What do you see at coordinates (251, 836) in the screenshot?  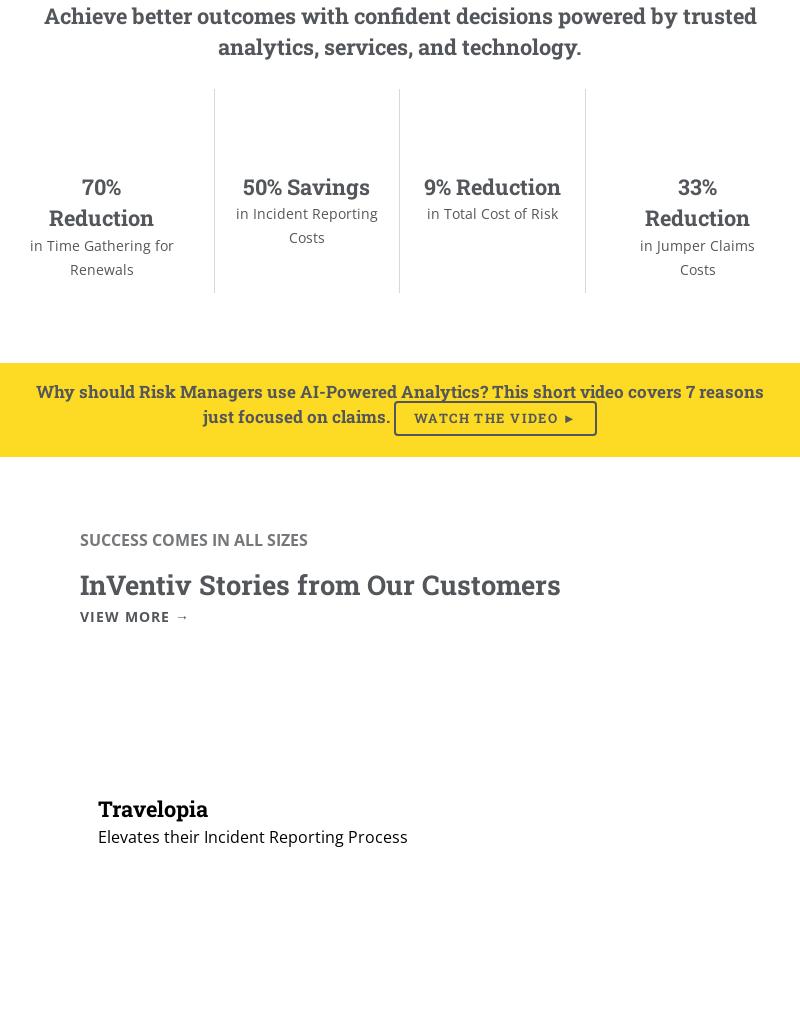 I see `'Elevates their Incident Reporting Process'` at bounding box center [251, 836].